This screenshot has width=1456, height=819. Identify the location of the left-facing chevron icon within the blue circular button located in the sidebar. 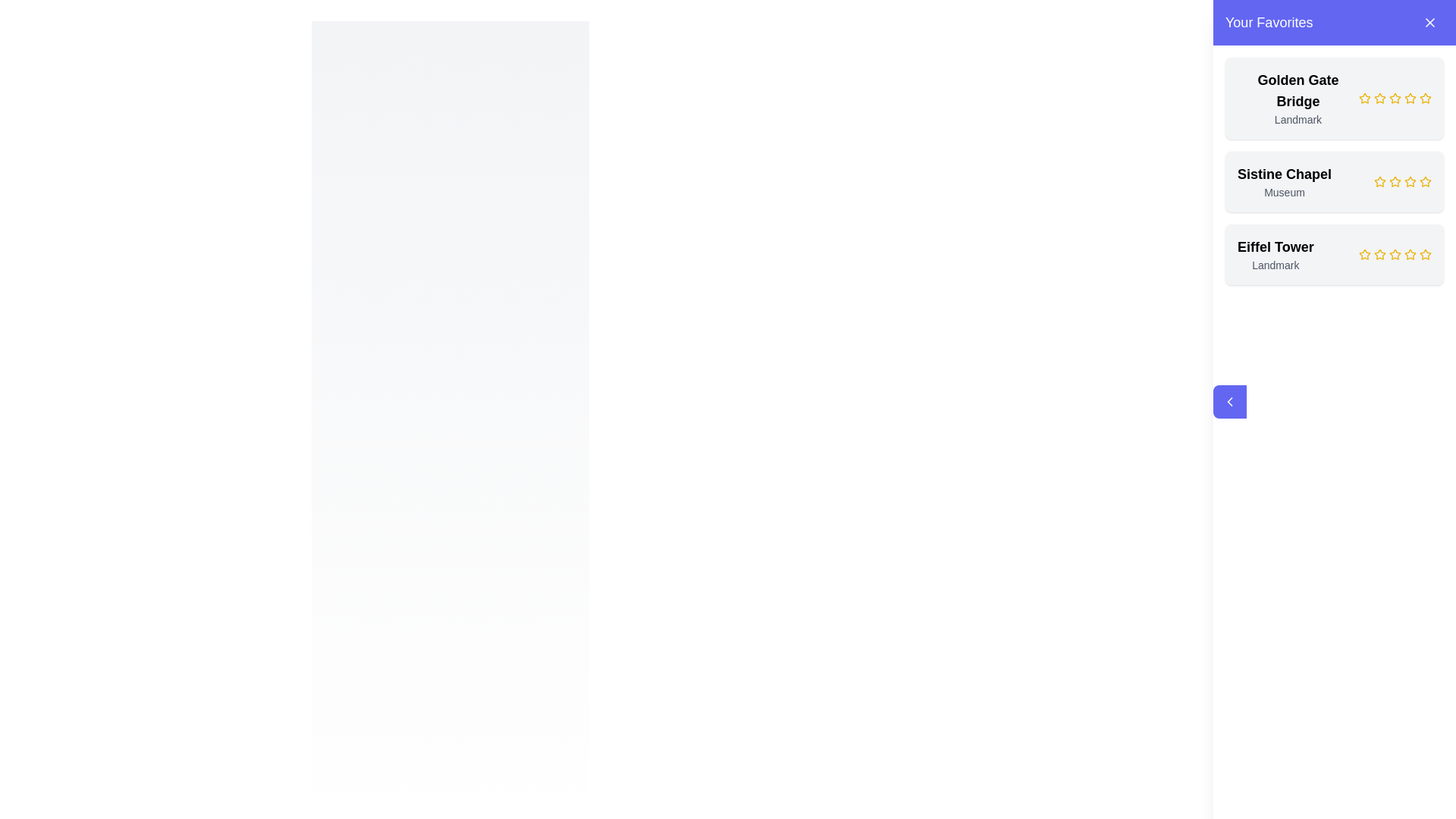
(1230, 400).